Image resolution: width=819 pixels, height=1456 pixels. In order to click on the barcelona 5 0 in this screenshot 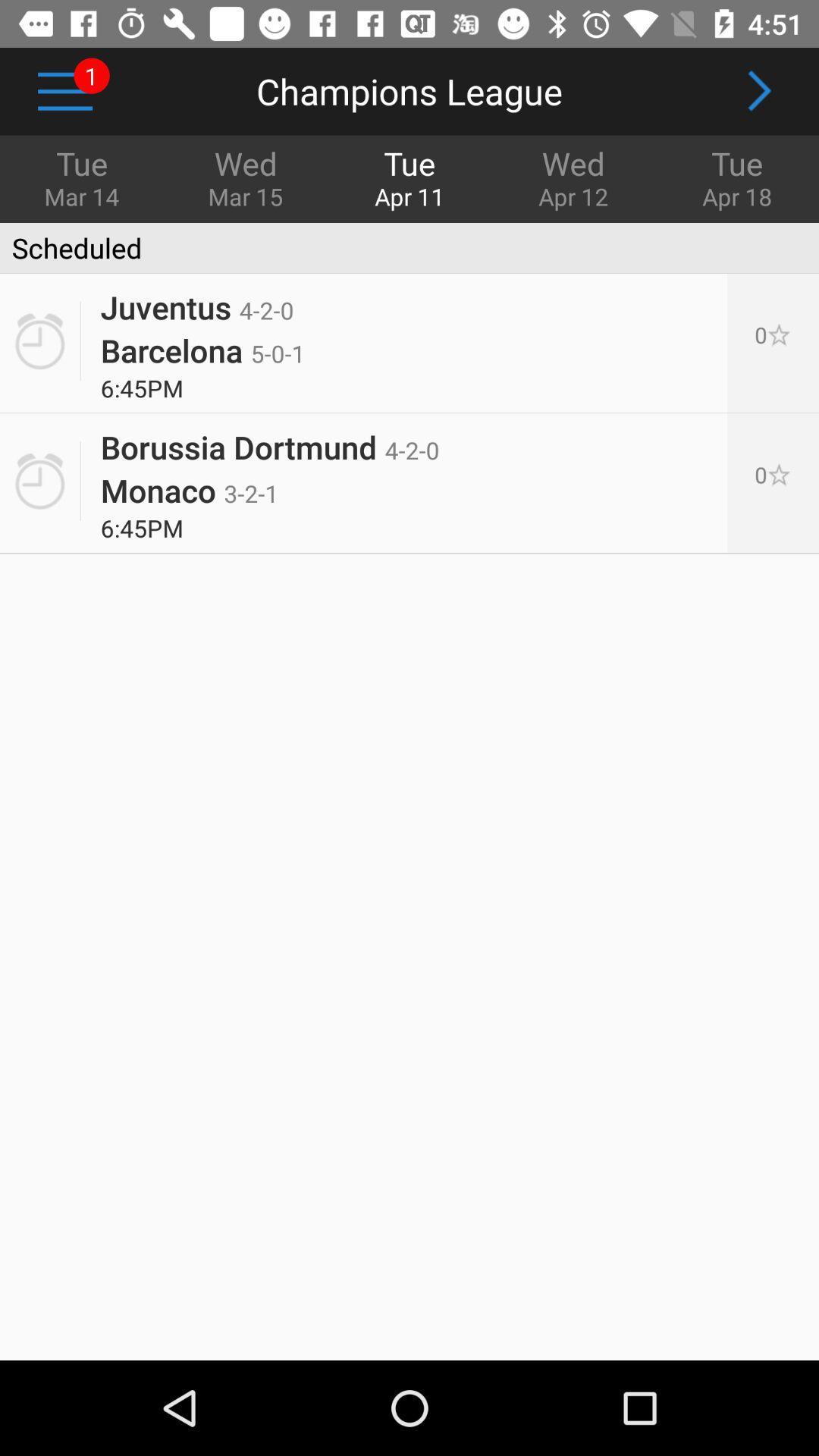, I will do `click(202, 349)`.